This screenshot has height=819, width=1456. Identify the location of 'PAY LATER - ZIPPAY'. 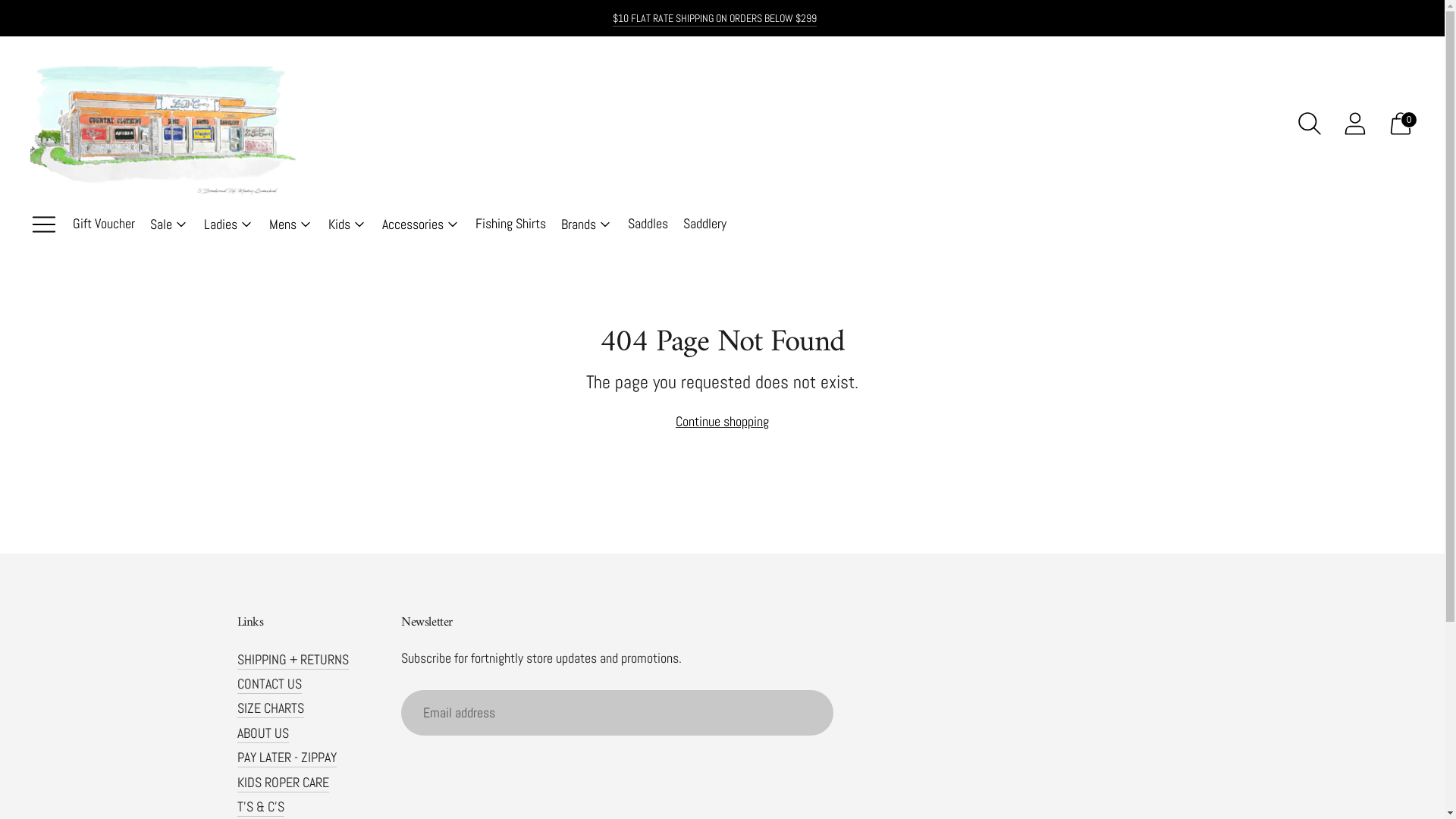
(286, 757).